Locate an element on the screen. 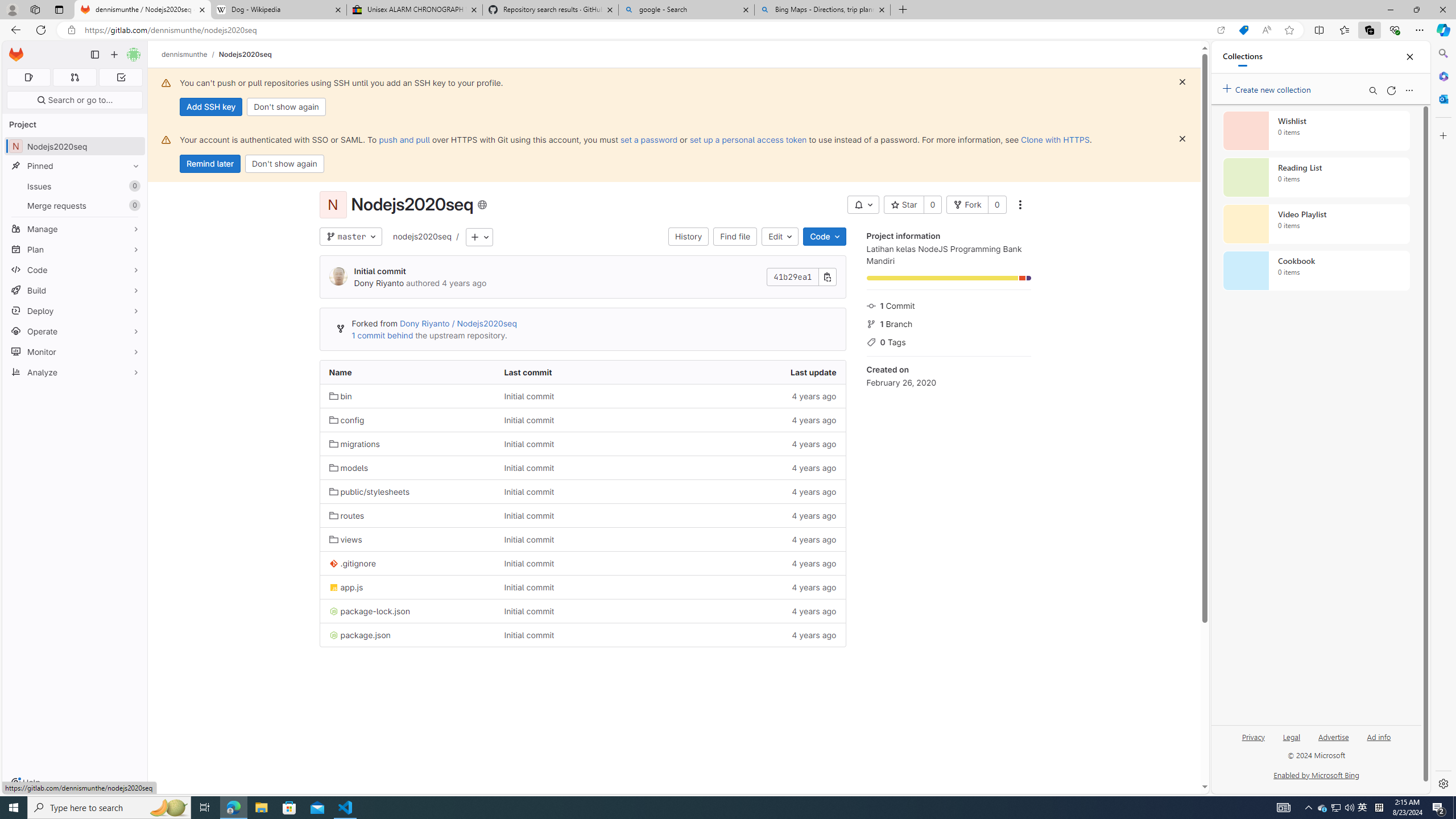 The width and height of the screenshot is (1456, 819). '4 years ago' is located at coordinates (758, 634).